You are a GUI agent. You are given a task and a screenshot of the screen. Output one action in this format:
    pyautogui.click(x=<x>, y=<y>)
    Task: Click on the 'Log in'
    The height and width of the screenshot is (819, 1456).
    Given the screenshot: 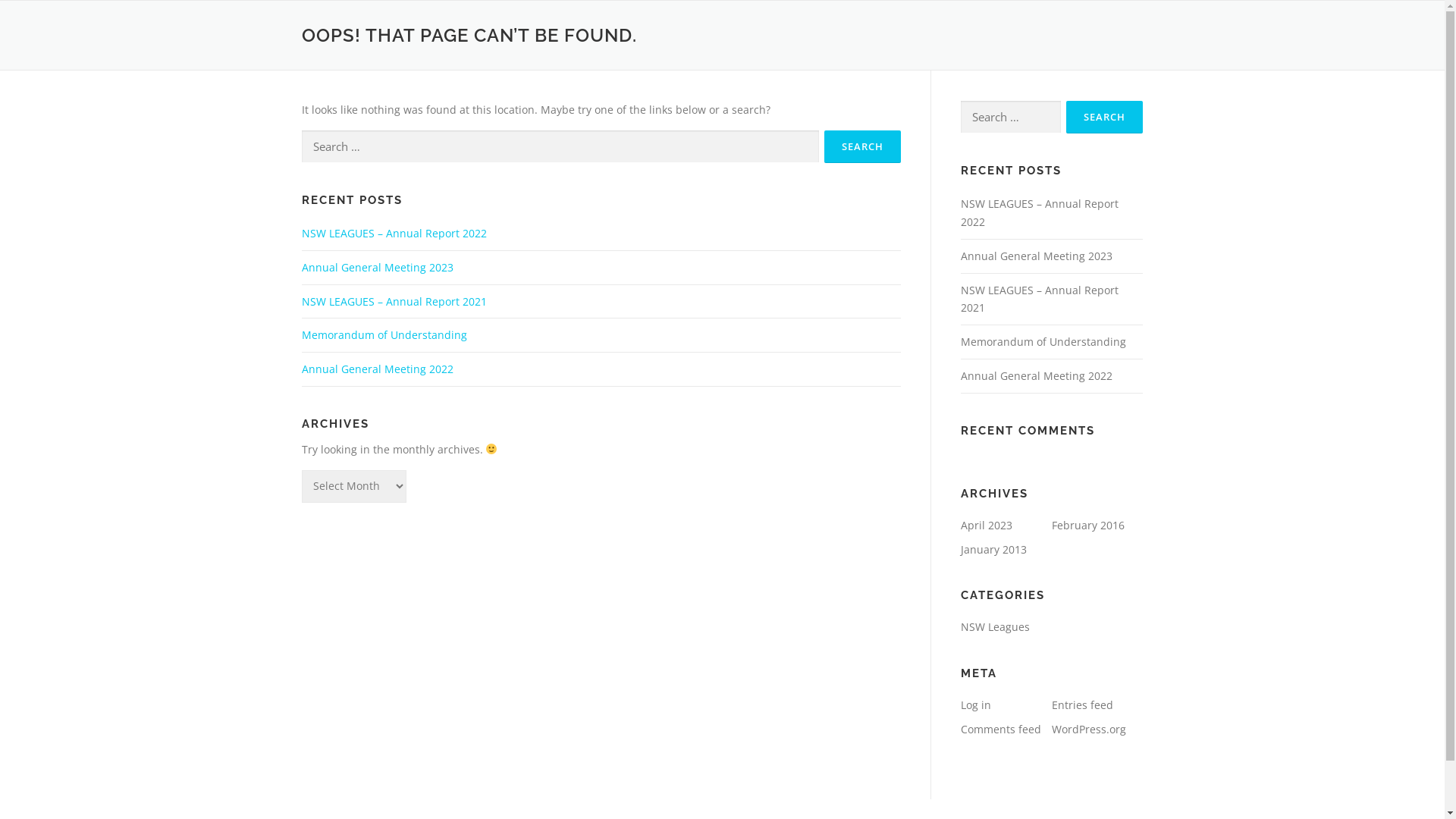 What is the action you would take?
    pyautogui.click(x=975, y=704)
    